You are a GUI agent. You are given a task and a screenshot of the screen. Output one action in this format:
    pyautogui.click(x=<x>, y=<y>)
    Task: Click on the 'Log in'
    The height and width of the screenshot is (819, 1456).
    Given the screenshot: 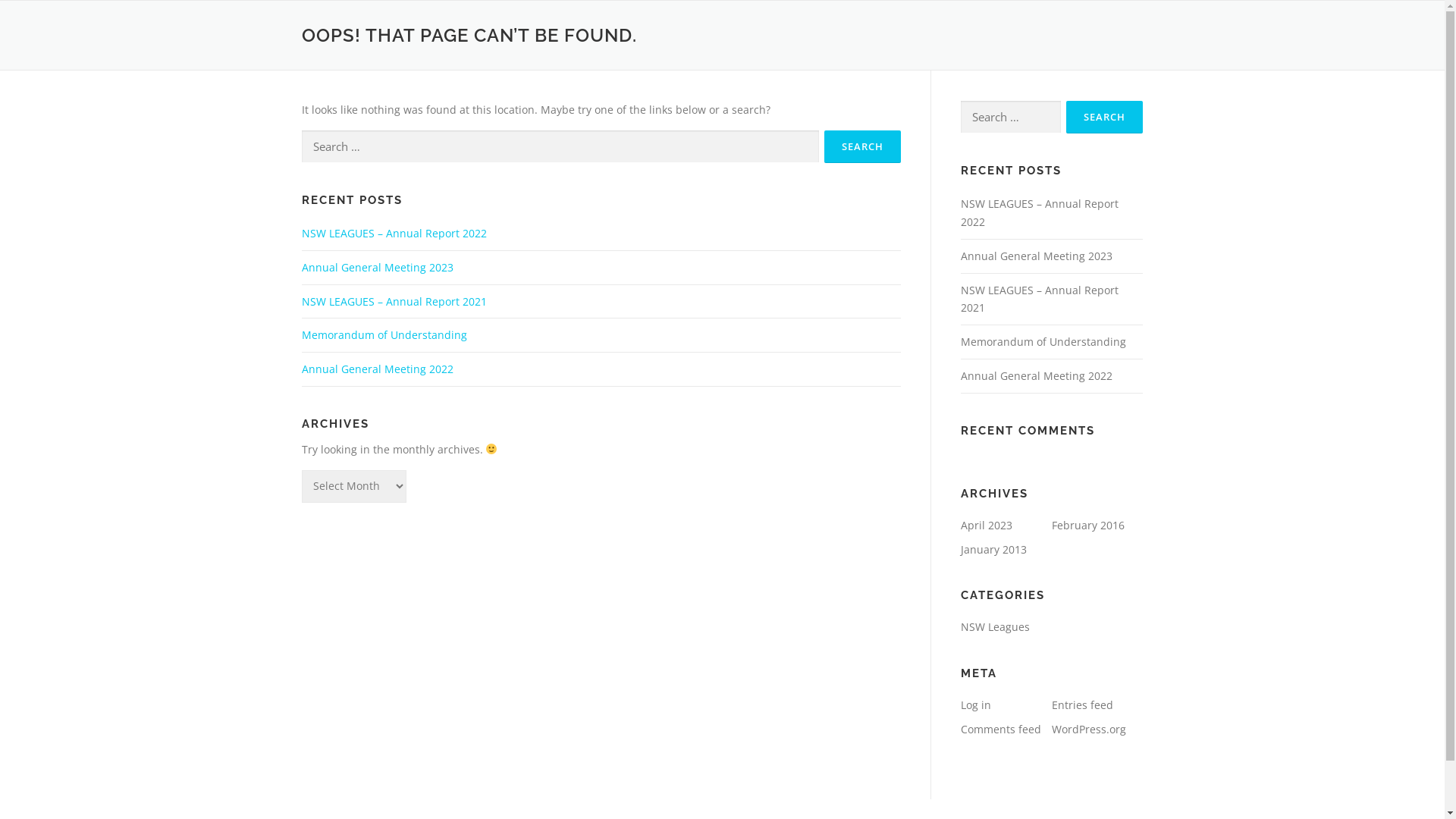 What is the action you would take?
    pyautogui.click(x=975, y=704)
    